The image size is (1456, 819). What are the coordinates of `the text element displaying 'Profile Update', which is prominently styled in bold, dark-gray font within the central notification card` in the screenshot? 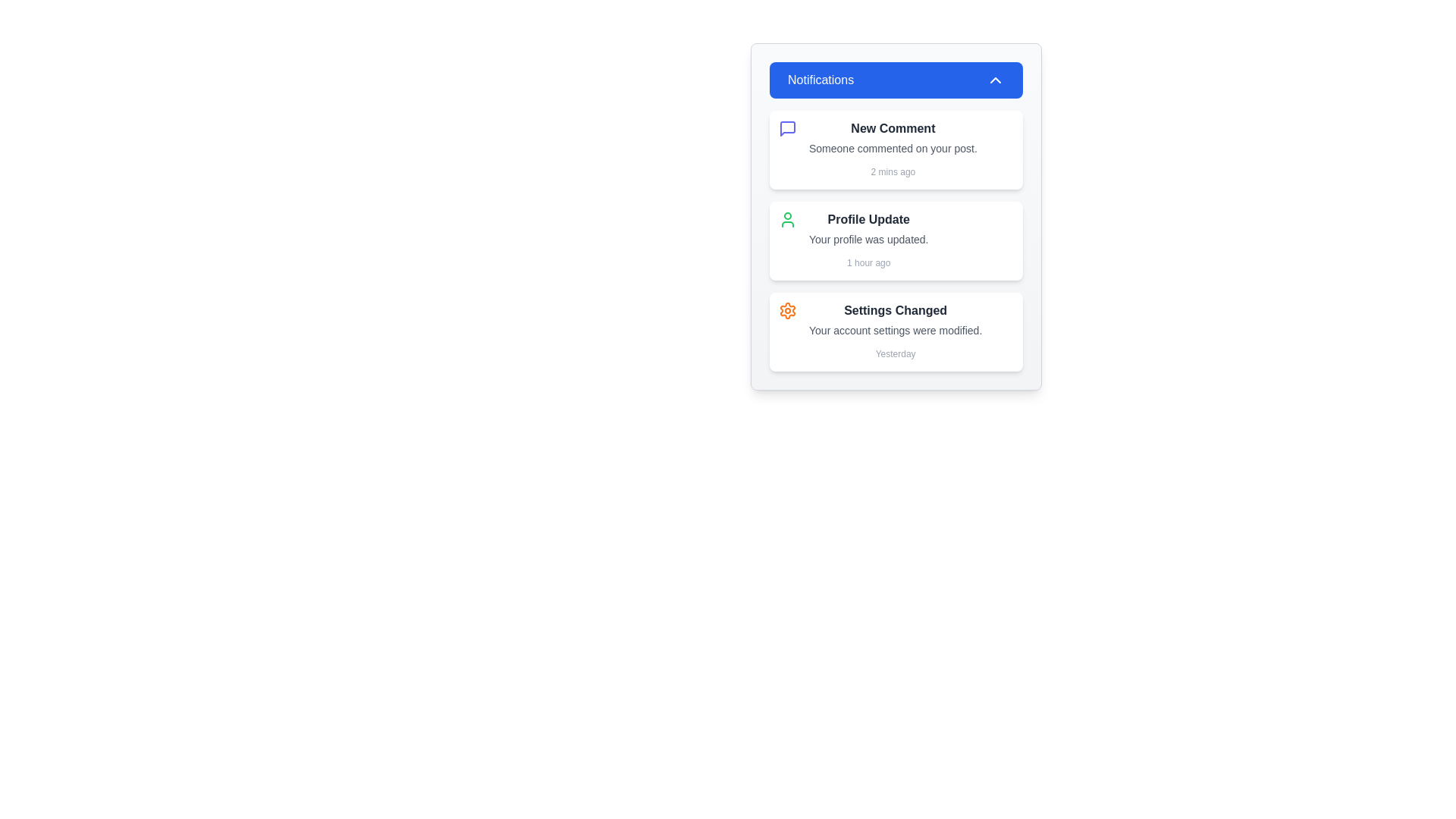 It's located at (868, 219).